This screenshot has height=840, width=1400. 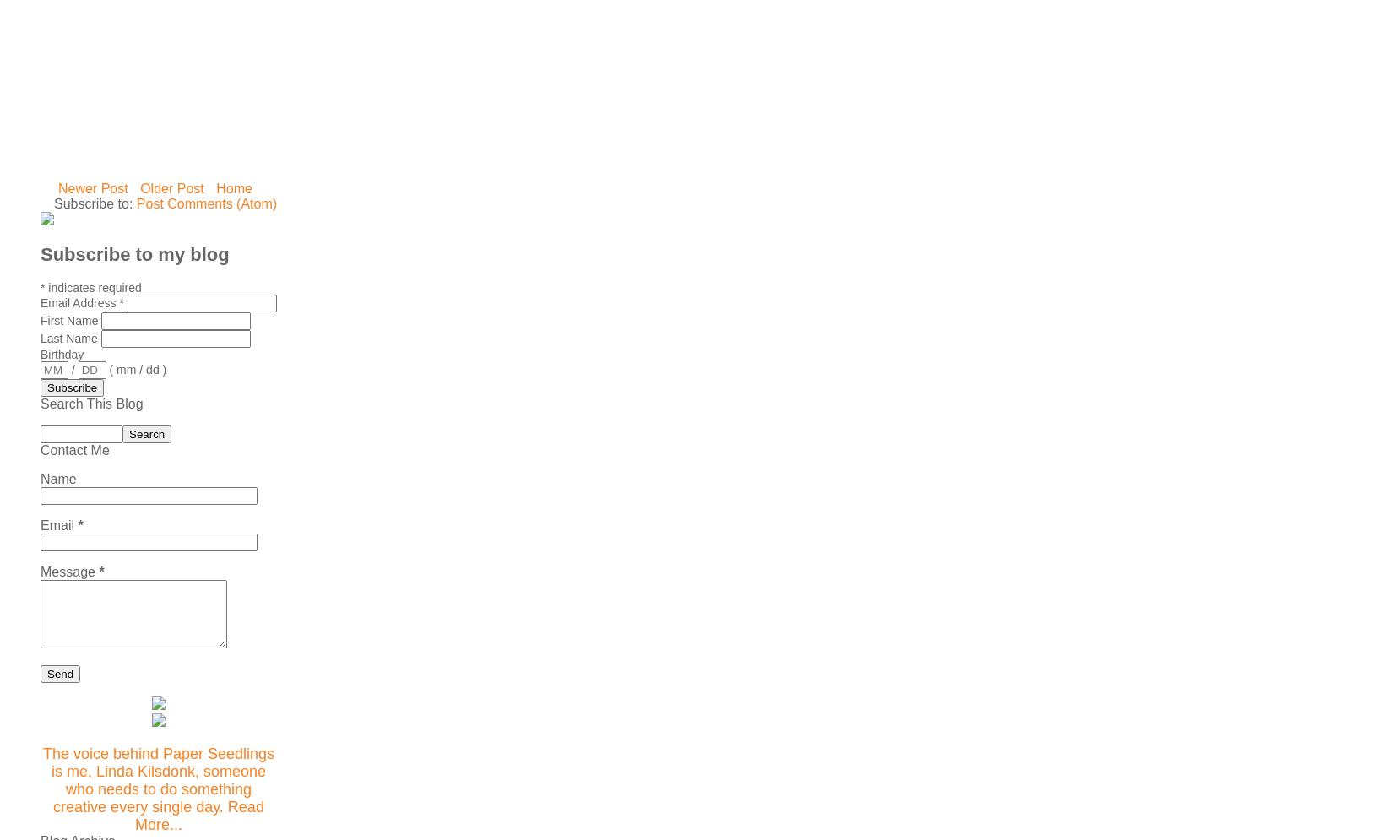 I want to click on 'Birthday', so click(x=61, y=354).